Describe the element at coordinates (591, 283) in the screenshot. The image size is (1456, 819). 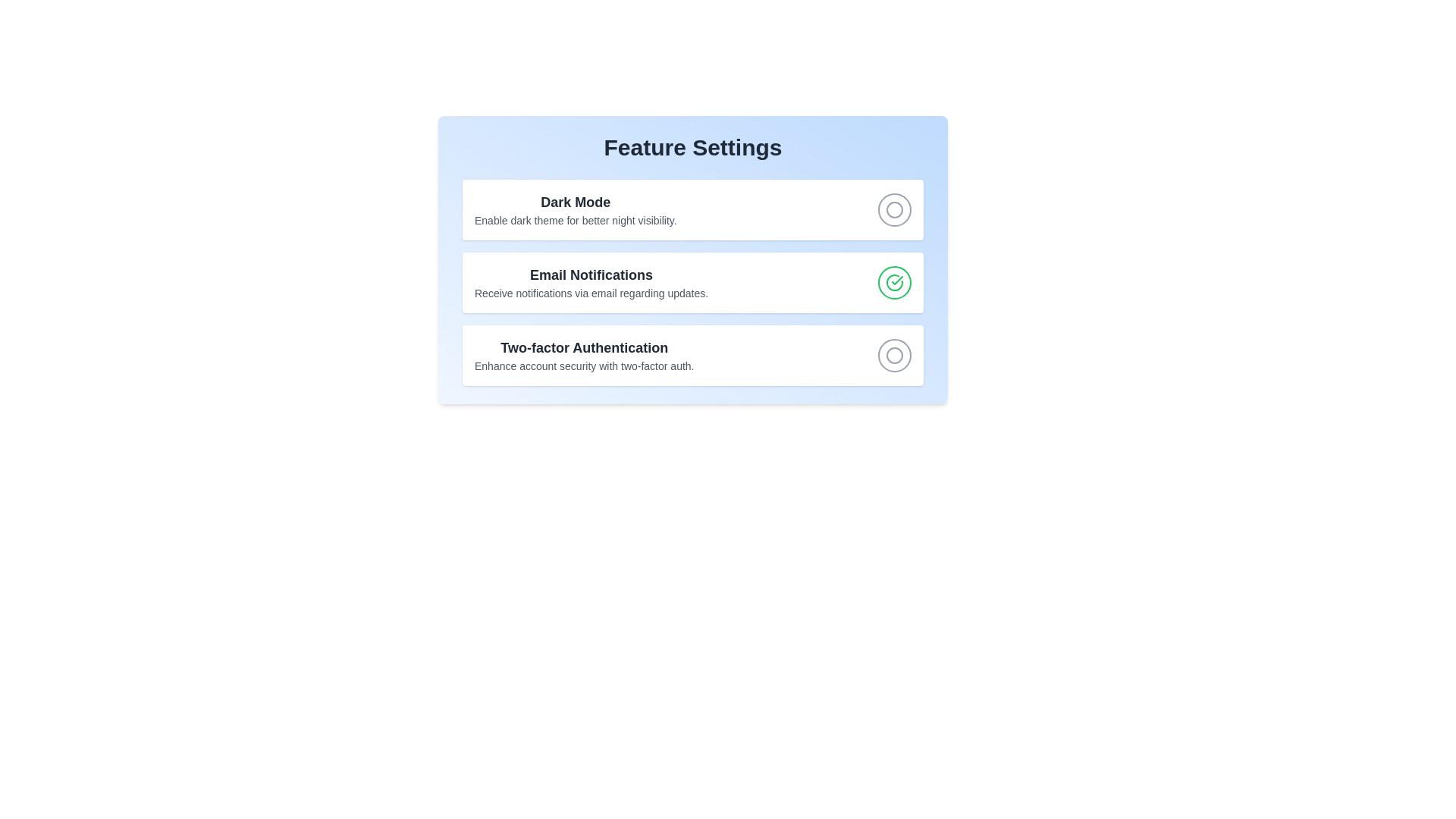
I see `the informational text group explaining email notifications, located in the 'Feature Settings' section between 'Dark Mode' and 'Two-factor Authentication'` at that location.